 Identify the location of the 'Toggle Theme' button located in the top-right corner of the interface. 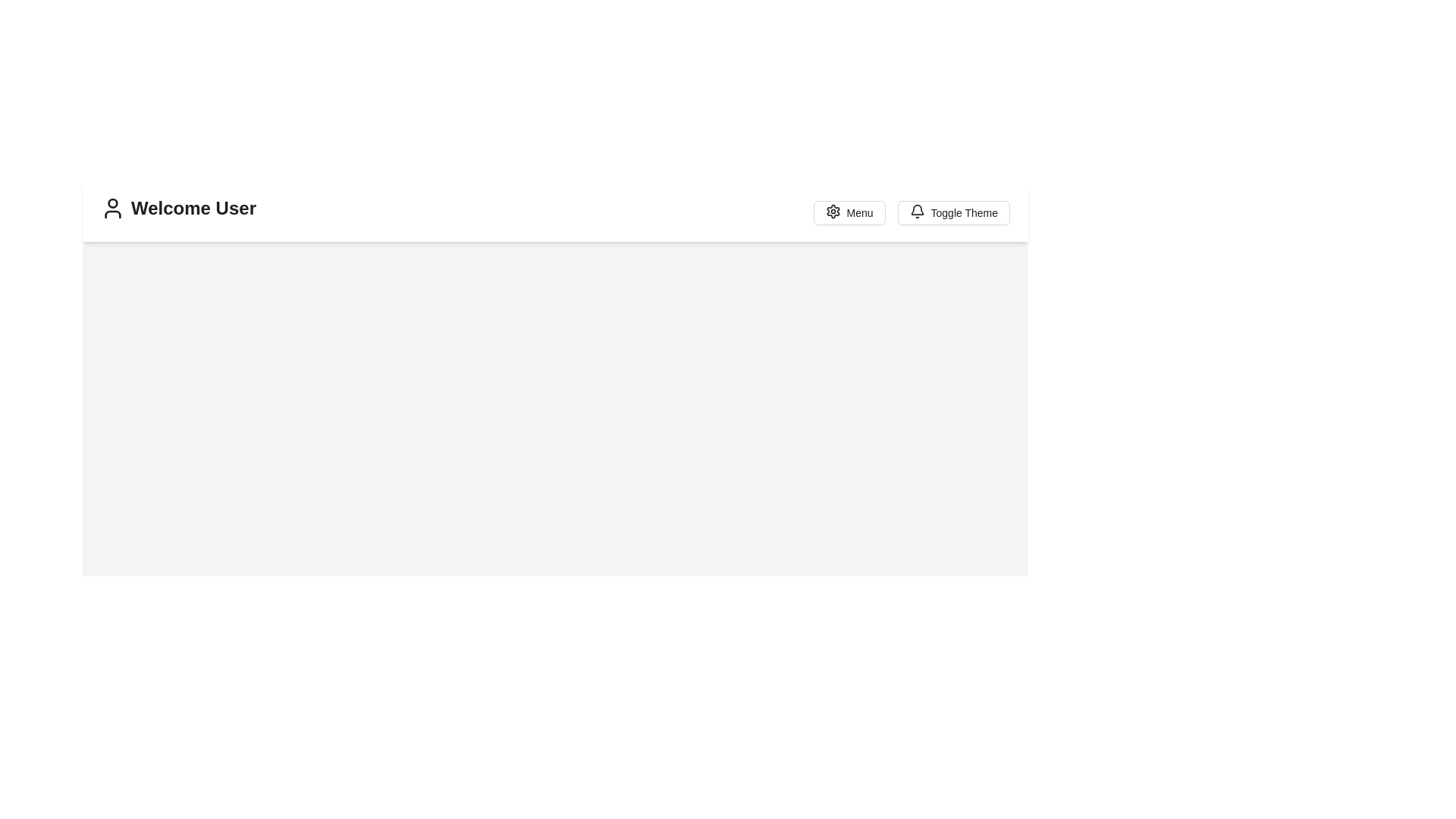
(952, 213).